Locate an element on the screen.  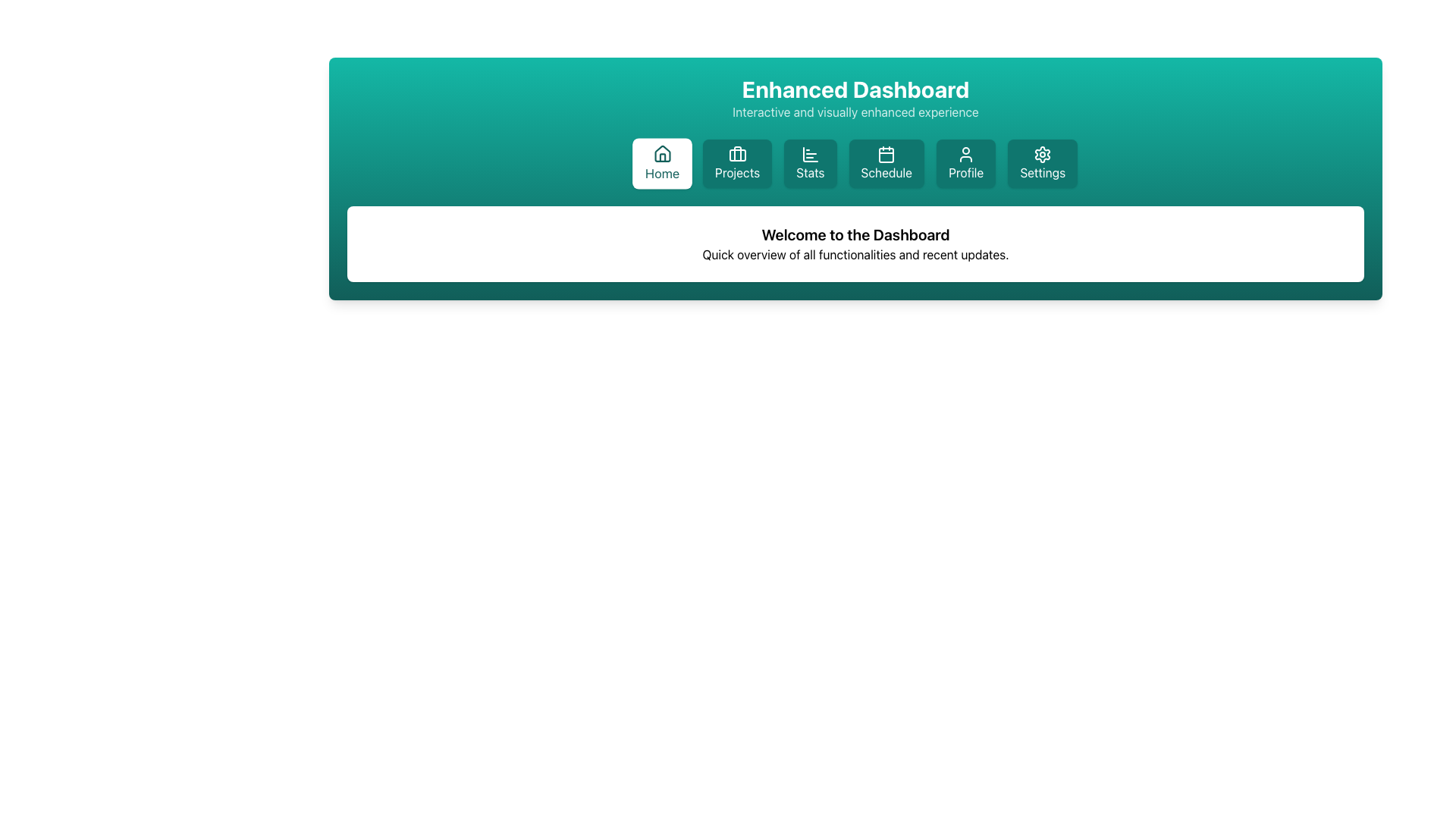
the 'Settings' icon located at the top right of the menu bar, which serves as a visual indicator for managing application settings is located at coordinates (1042, 155).